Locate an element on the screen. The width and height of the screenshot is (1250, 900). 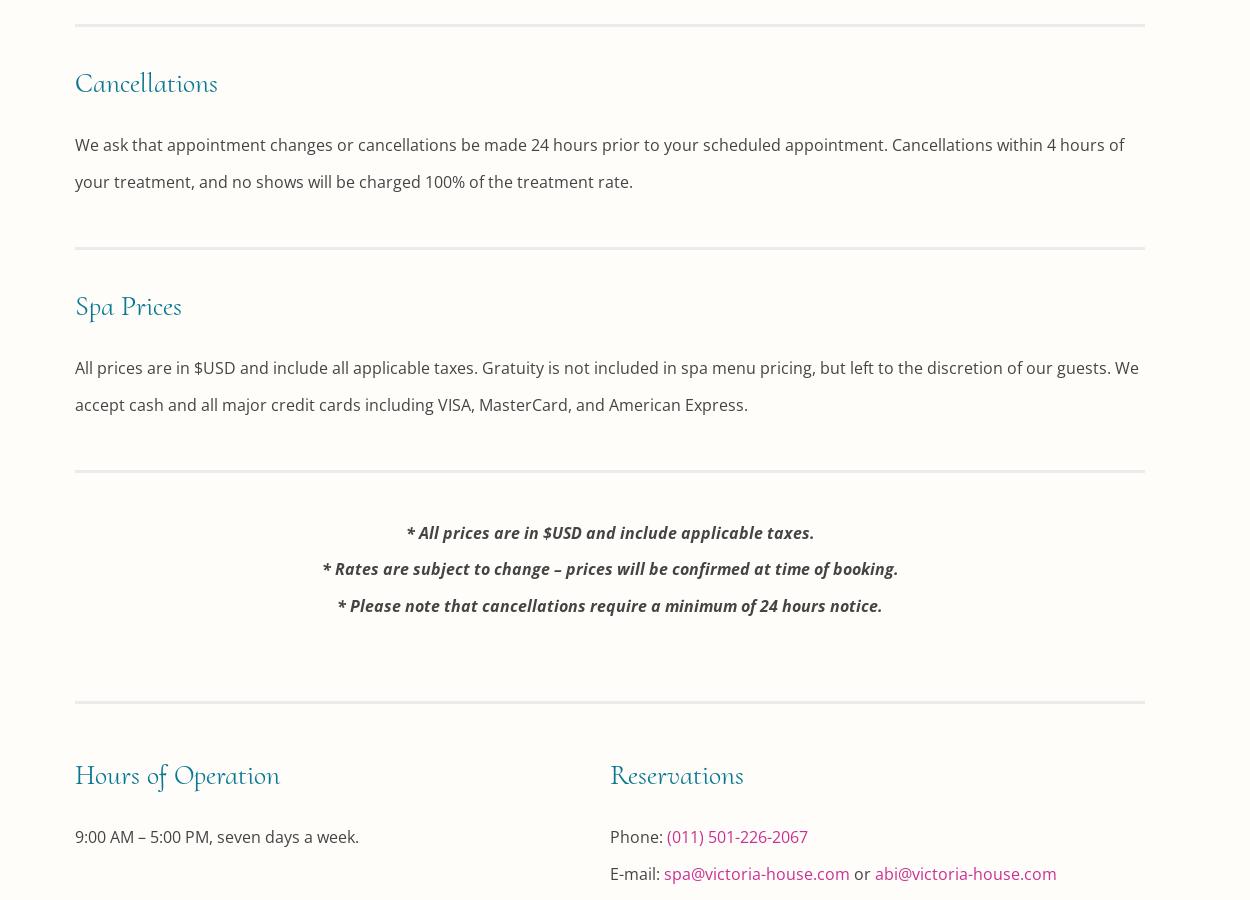
'* Please note that cancellations require a minimum of 24 hours notice.' is located at coordinates (609, 605).